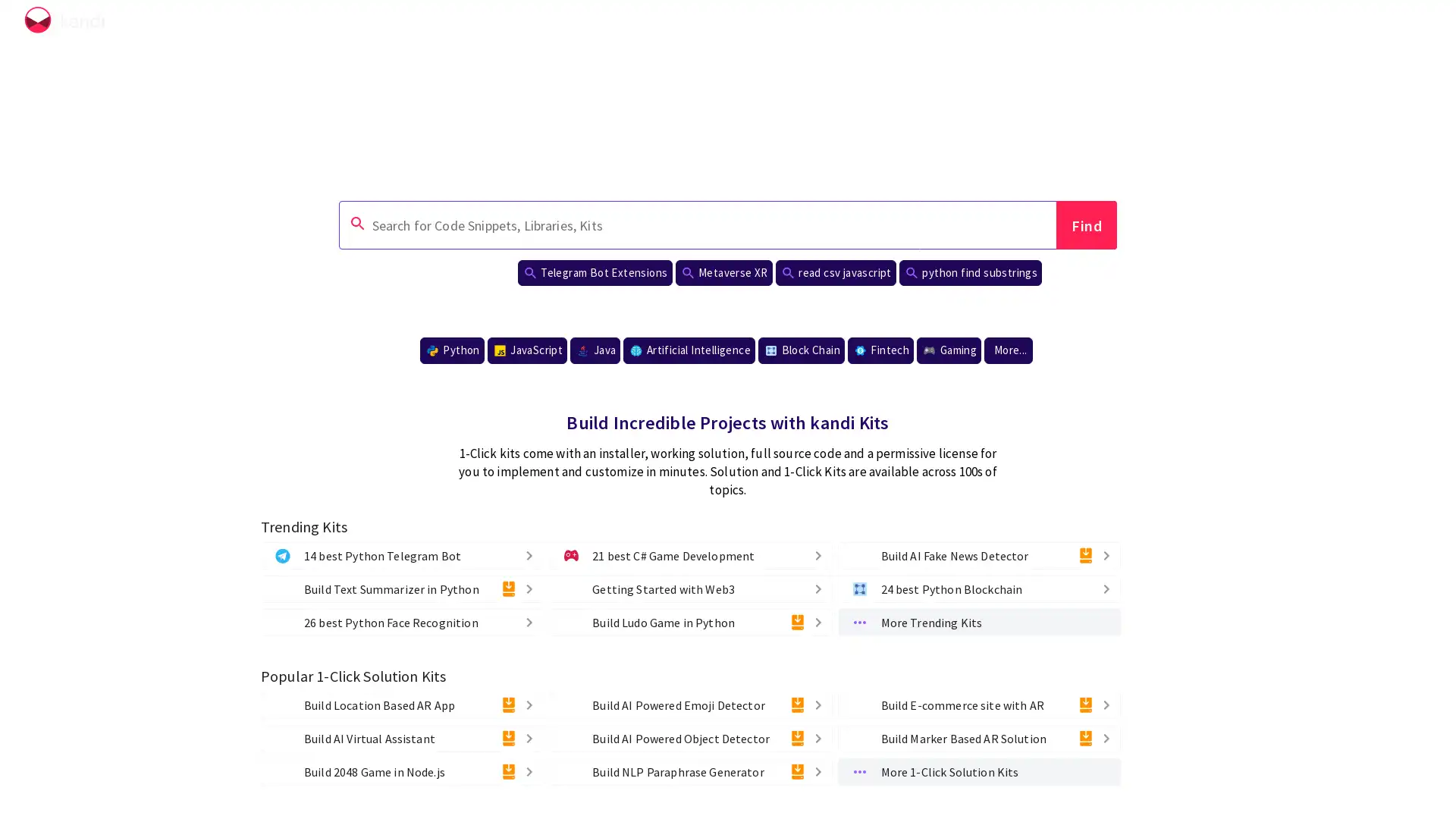 This screenshot has height=819, width=1456. What do you see at coordinates (1376, 24) in the screenshot?
I see `My Kits` at bounding box center [1376, 24].